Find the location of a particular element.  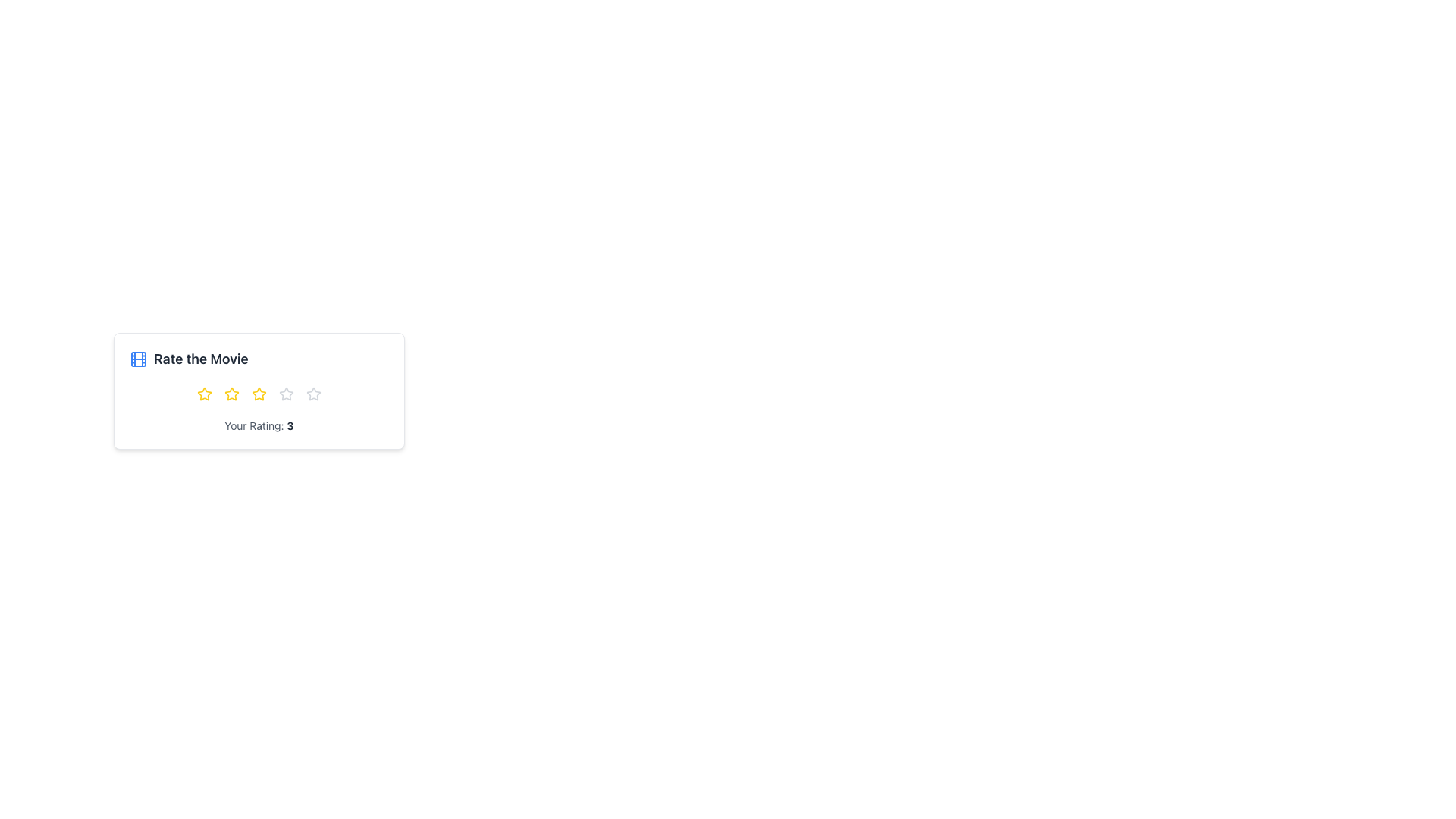

the informative text label displaying 'Your Rating: 3', which is located at the bottom-center of the card titled 'Rate the Movie' is located at coordinates (259, 426).